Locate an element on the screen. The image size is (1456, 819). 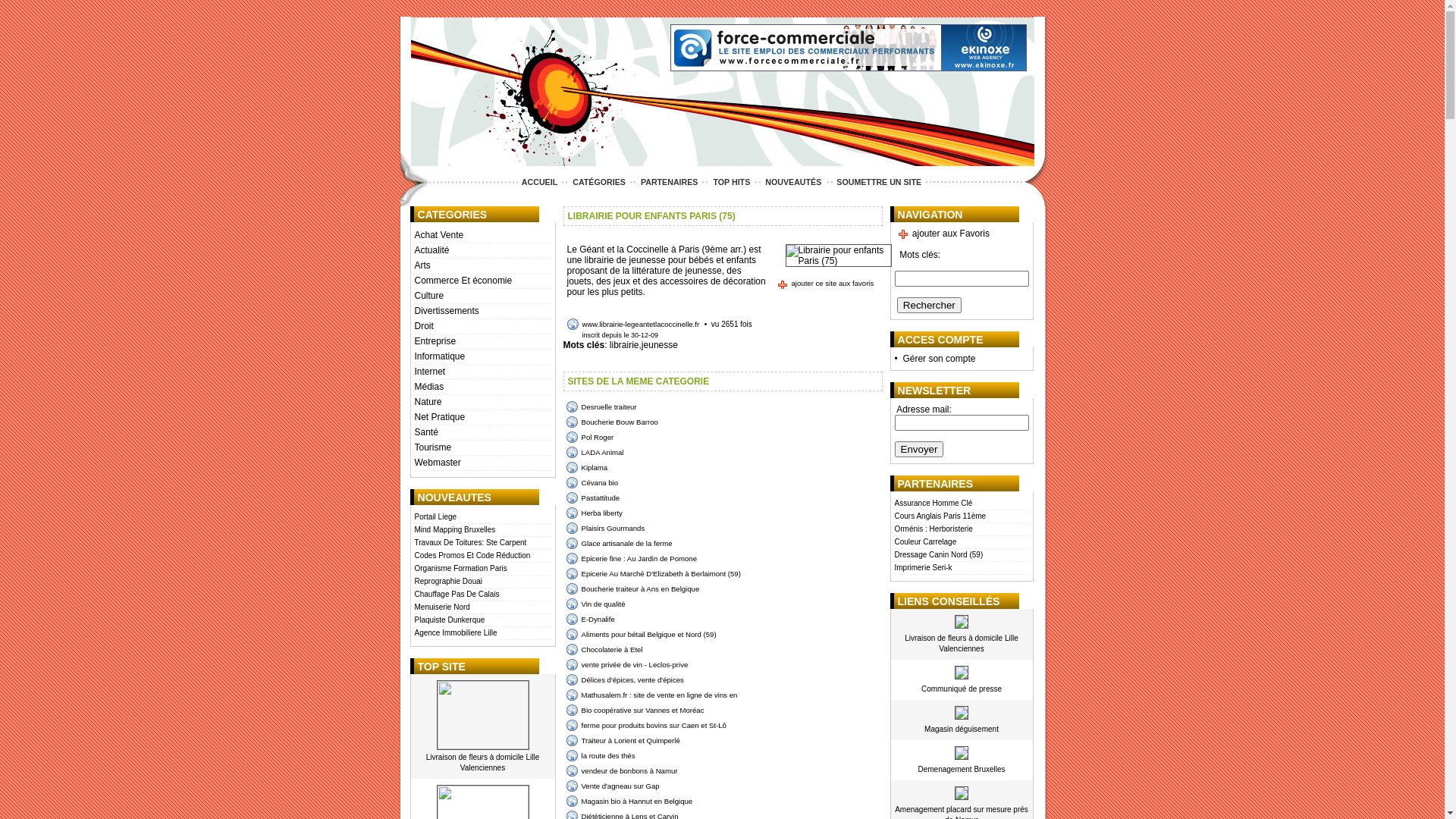
'Net Pratique' is located at coordinates (481, 418).